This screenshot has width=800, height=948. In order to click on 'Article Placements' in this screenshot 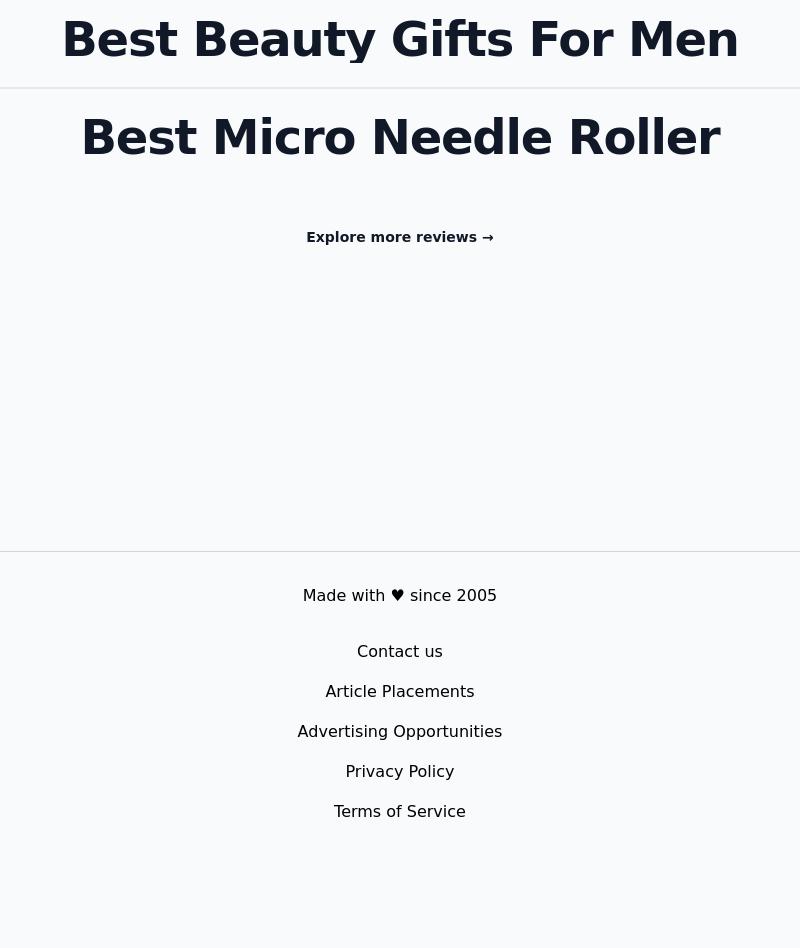, I will do `click(398, 689)`.